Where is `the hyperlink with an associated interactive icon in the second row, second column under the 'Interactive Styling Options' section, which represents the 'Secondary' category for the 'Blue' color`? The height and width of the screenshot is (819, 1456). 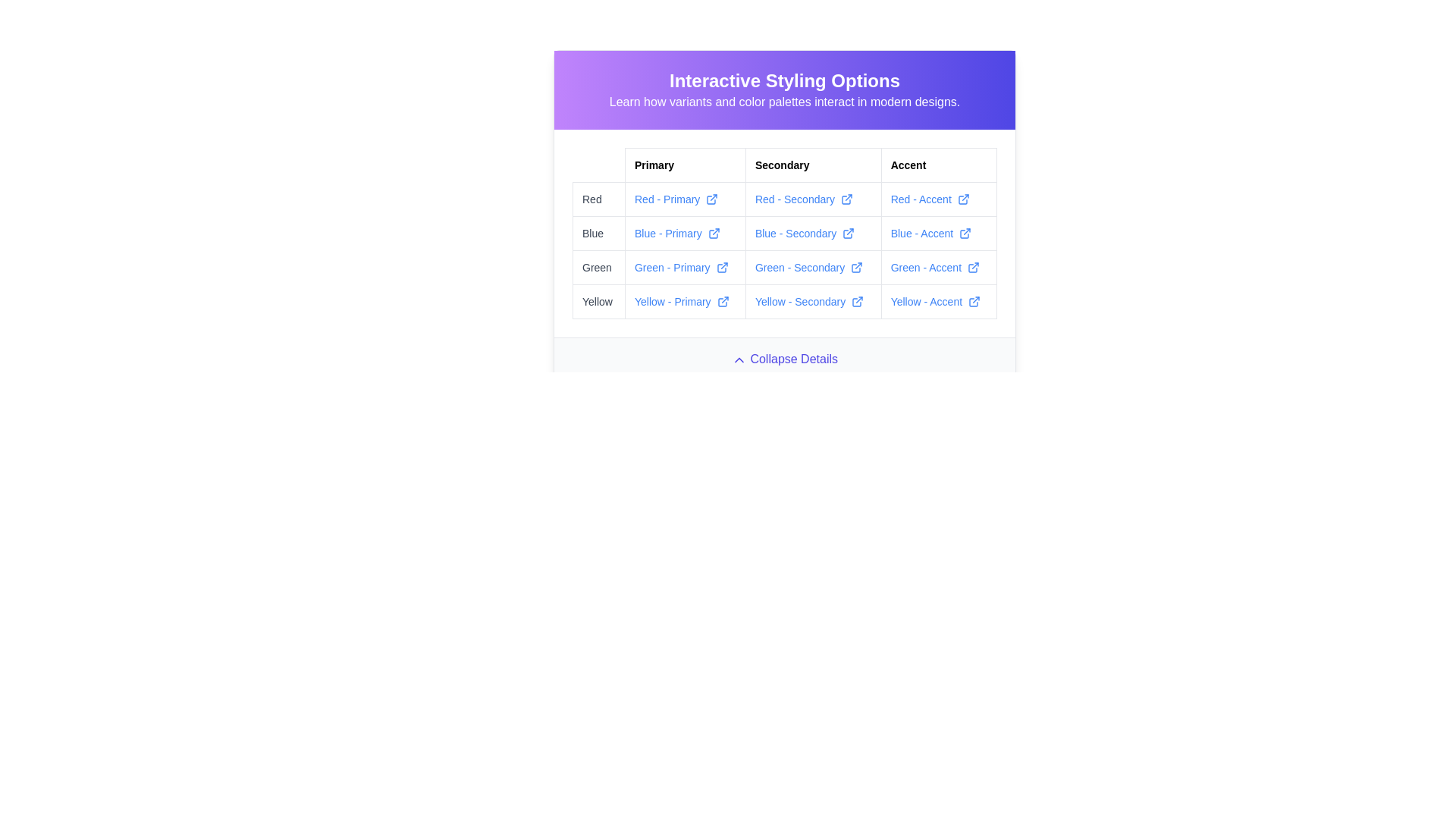 the hyperlink with an associated interactive icon in the second row, second column under the 'Interactive Styling Options' section, which represents the 'Secondary' category for the 'Blue' color is located at coordinates (785, 234).